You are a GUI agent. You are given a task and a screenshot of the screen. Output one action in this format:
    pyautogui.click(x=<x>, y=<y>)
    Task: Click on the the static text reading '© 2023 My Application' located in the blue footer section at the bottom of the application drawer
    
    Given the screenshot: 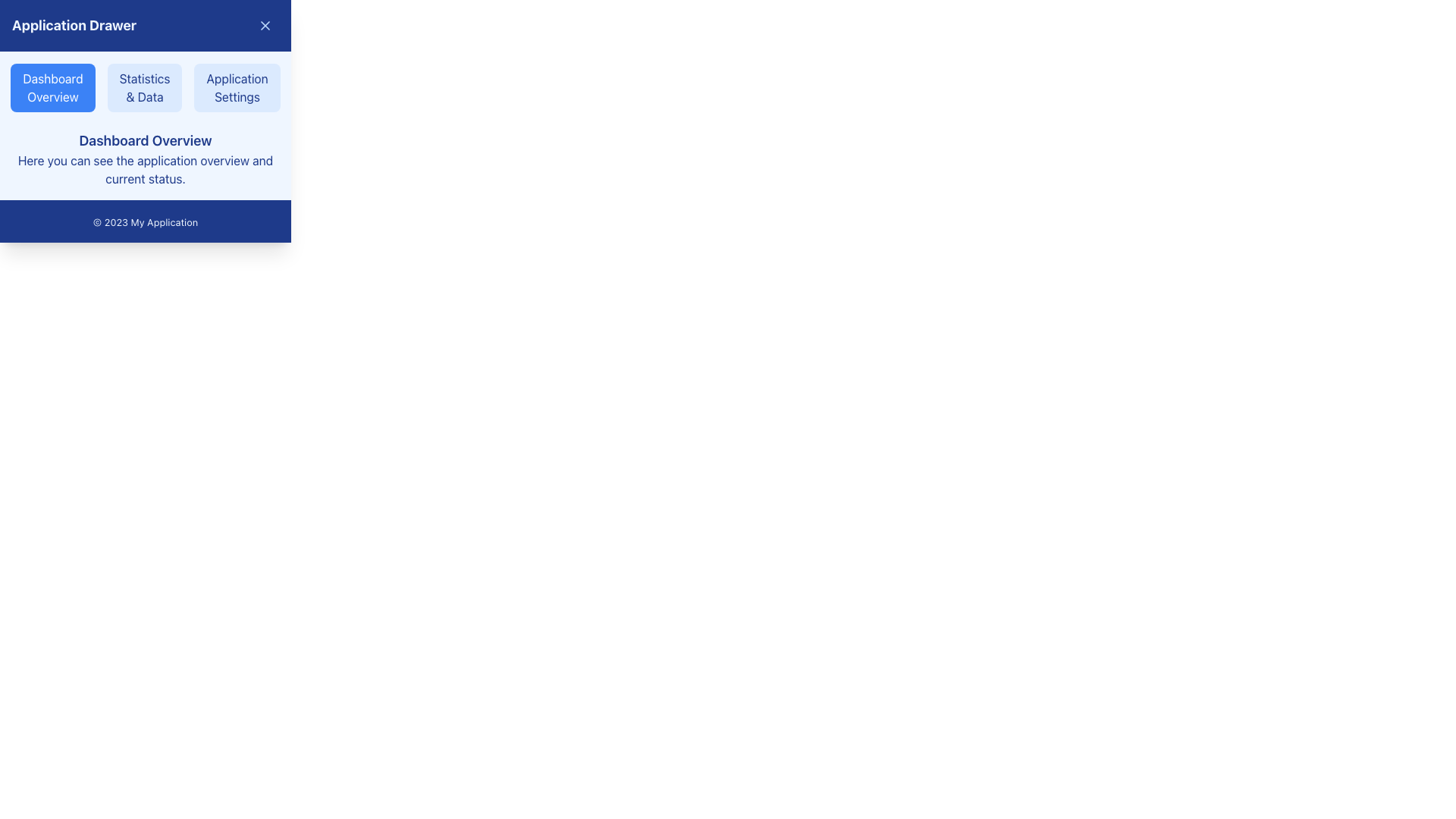 What is the action you would take?
    pyautogui.click(x=146, y=222)
    